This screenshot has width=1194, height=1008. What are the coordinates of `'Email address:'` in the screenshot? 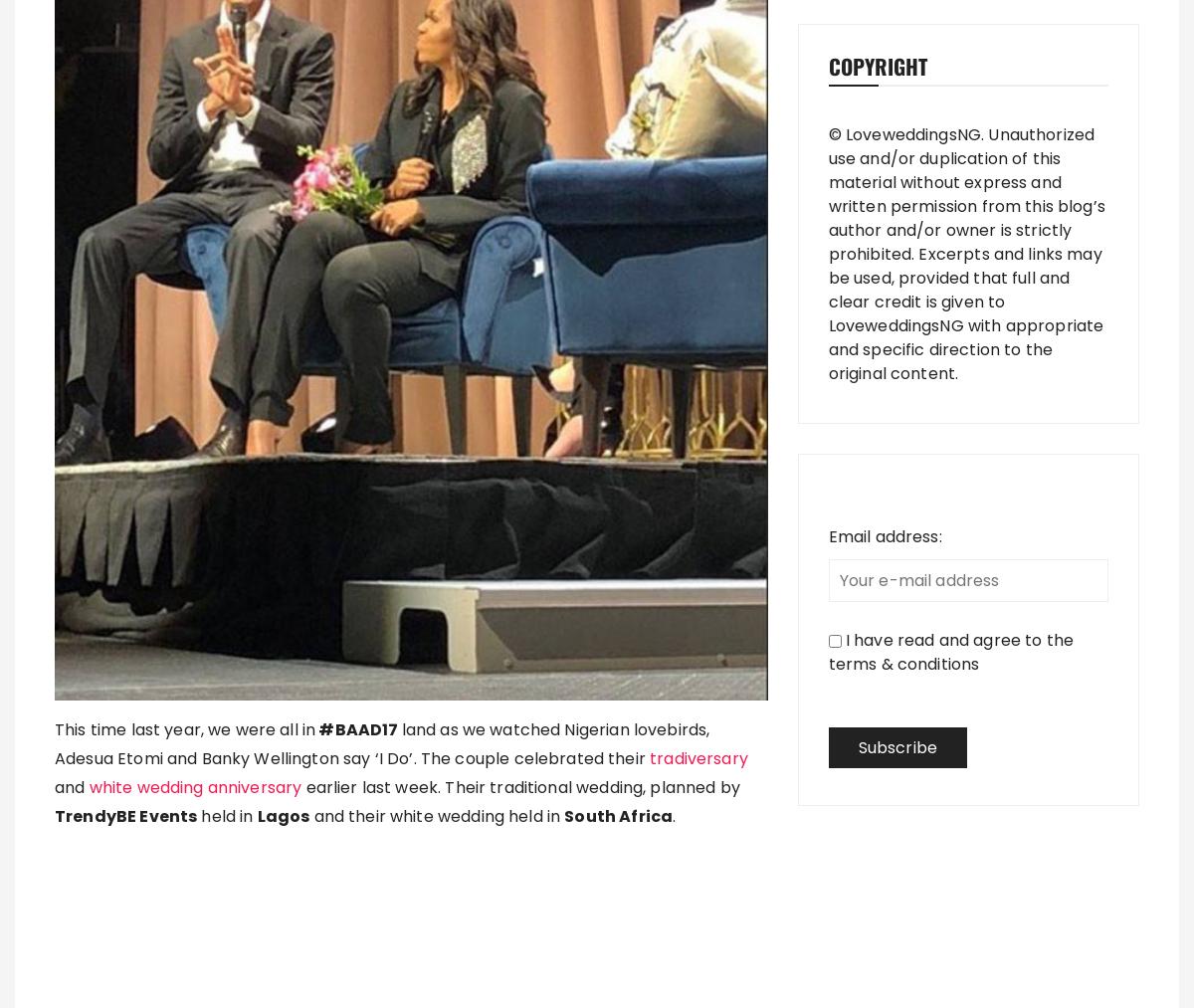 It's located at (883, 536).